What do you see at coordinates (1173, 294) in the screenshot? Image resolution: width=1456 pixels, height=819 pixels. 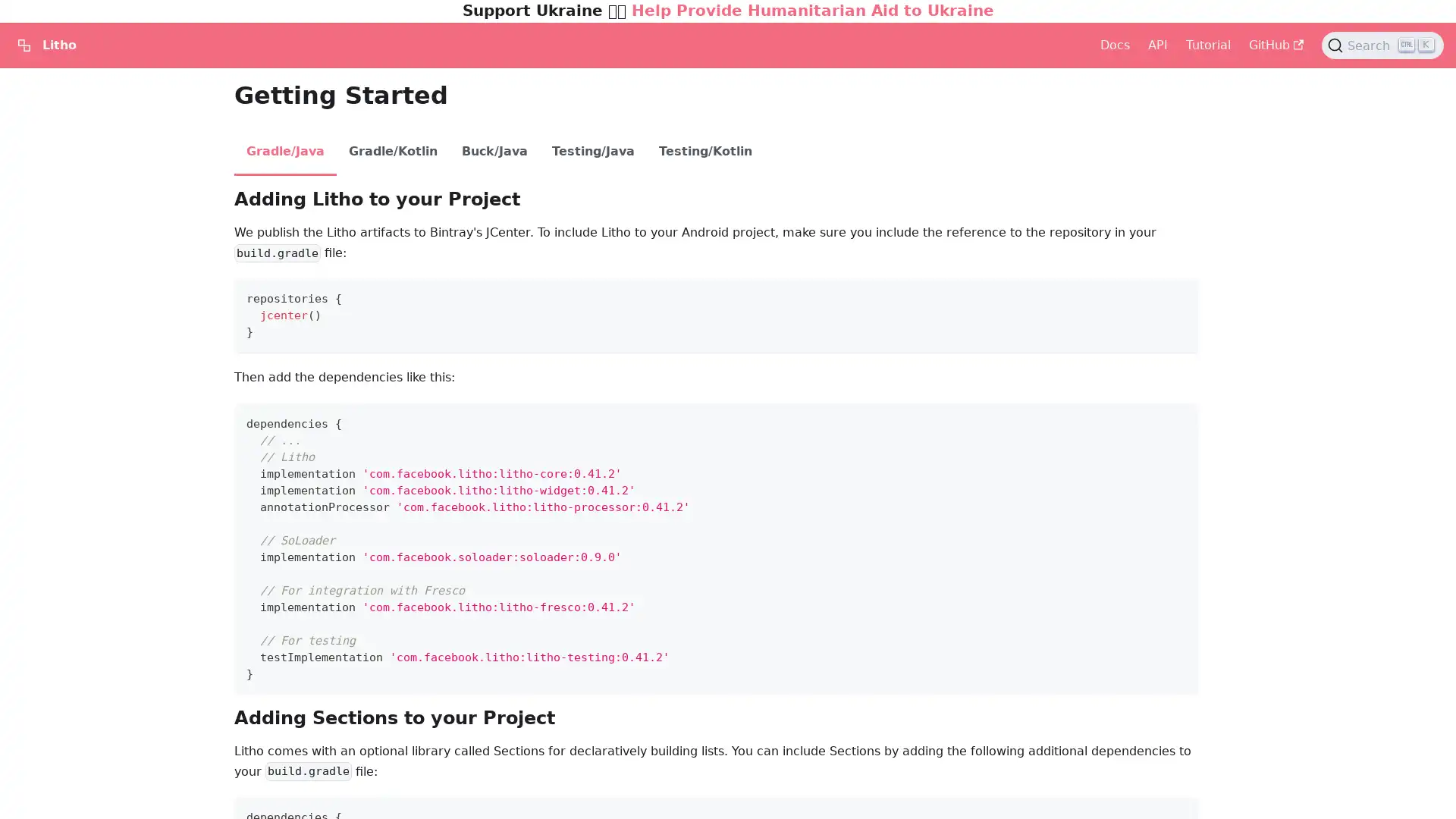 I see `Copy code to clipboard` at bounding box center [1173, 294].